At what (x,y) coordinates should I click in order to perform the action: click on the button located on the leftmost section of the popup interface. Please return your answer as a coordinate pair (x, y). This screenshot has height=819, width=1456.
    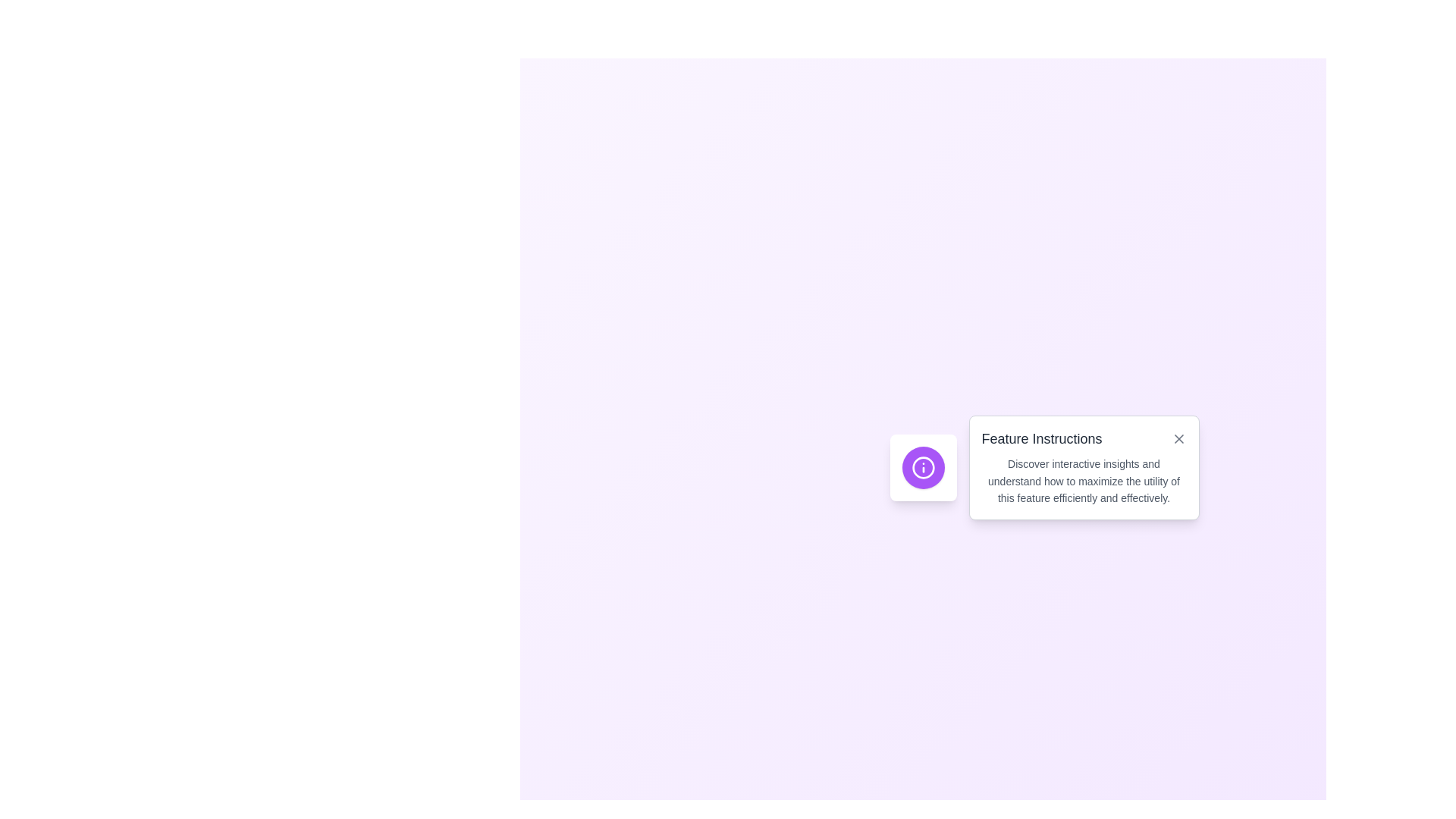
    Looking at the image, I should click on (922, 467).